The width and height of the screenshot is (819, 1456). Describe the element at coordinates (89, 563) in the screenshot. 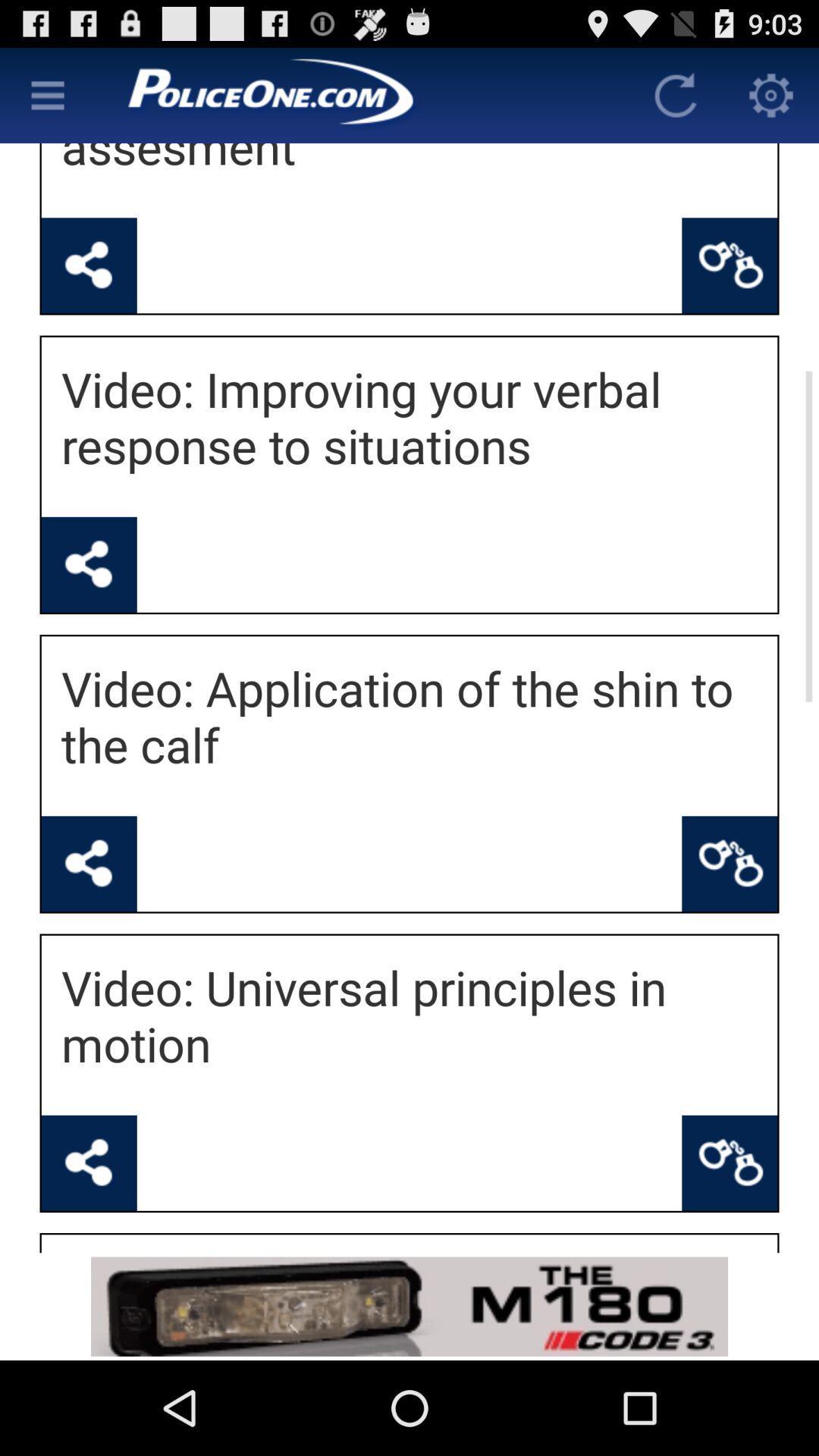

I see `share video` at that location.